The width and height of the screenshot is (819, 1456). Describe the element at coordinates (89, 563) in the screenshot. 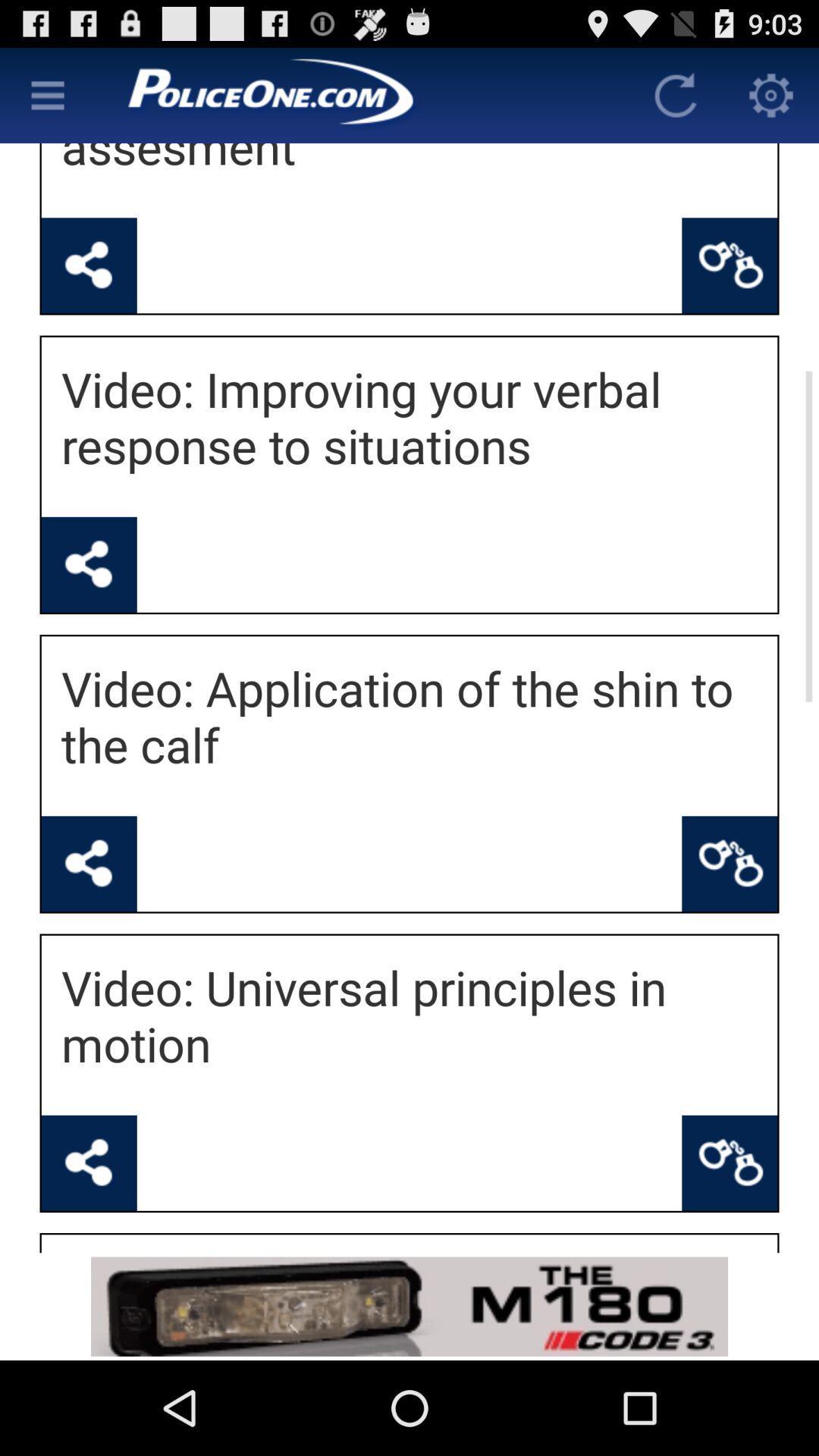

I see `share video` at that location.